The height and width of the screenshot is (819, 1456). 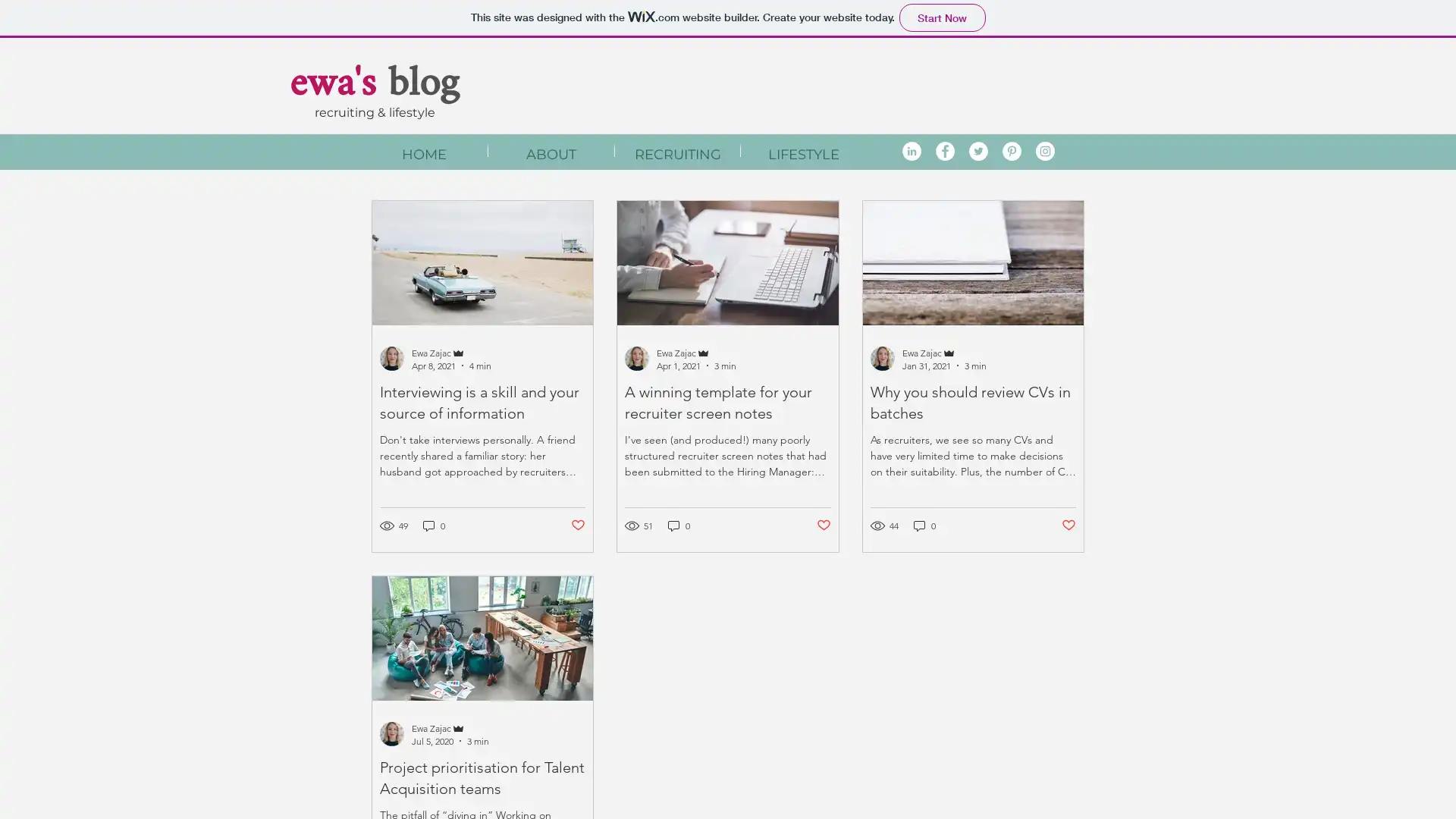 What do you see at coordinates (577, 525) in the screenshot?
I see `Post not marked as liked` at bounding box center [577, 525].